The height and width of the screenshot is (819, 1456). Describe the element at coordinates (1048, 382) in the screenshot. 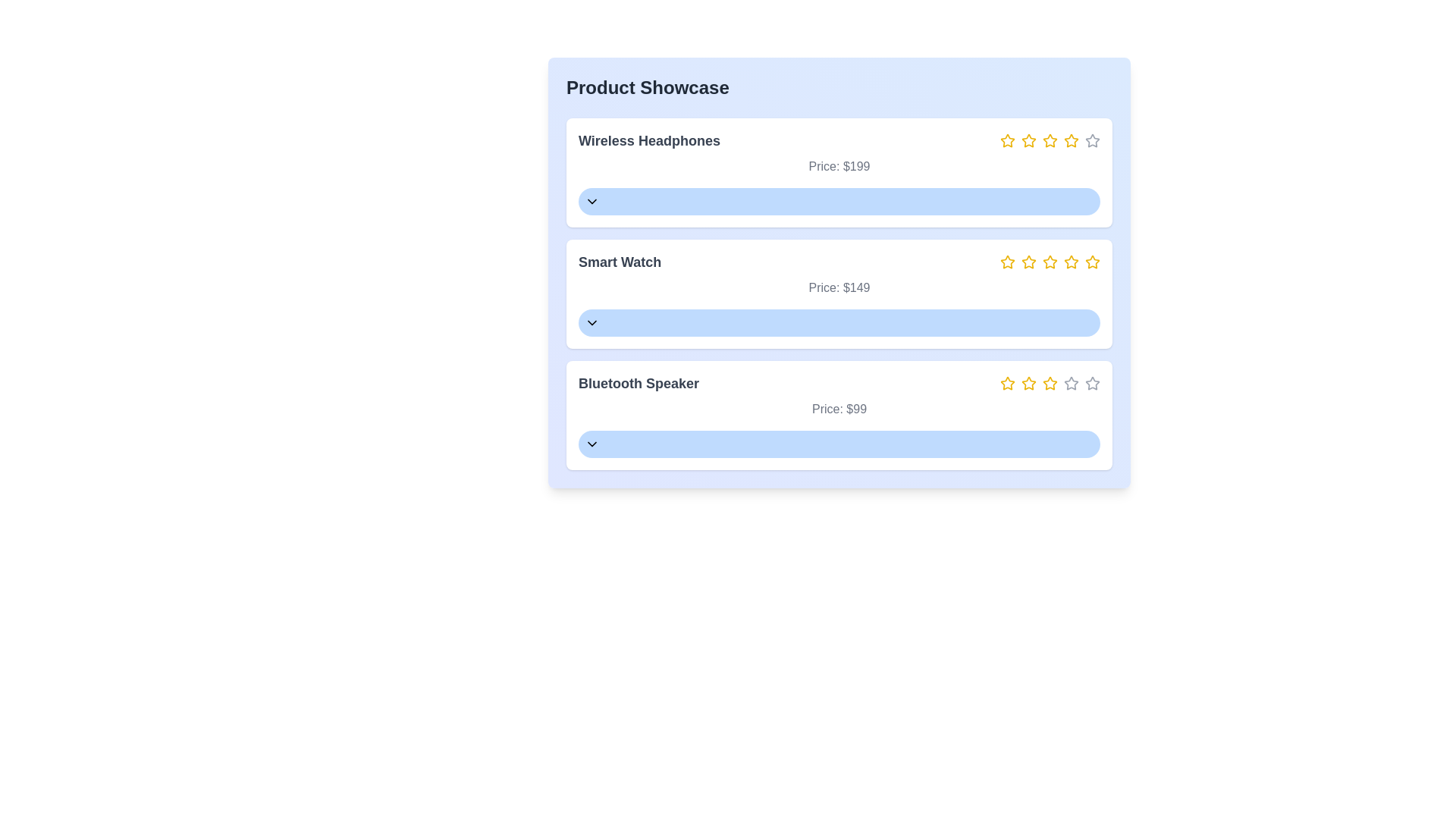

I see `the third star icon in the 5-star rating system under the 'Bluetooth Speaker' item to change the rating` at that location.